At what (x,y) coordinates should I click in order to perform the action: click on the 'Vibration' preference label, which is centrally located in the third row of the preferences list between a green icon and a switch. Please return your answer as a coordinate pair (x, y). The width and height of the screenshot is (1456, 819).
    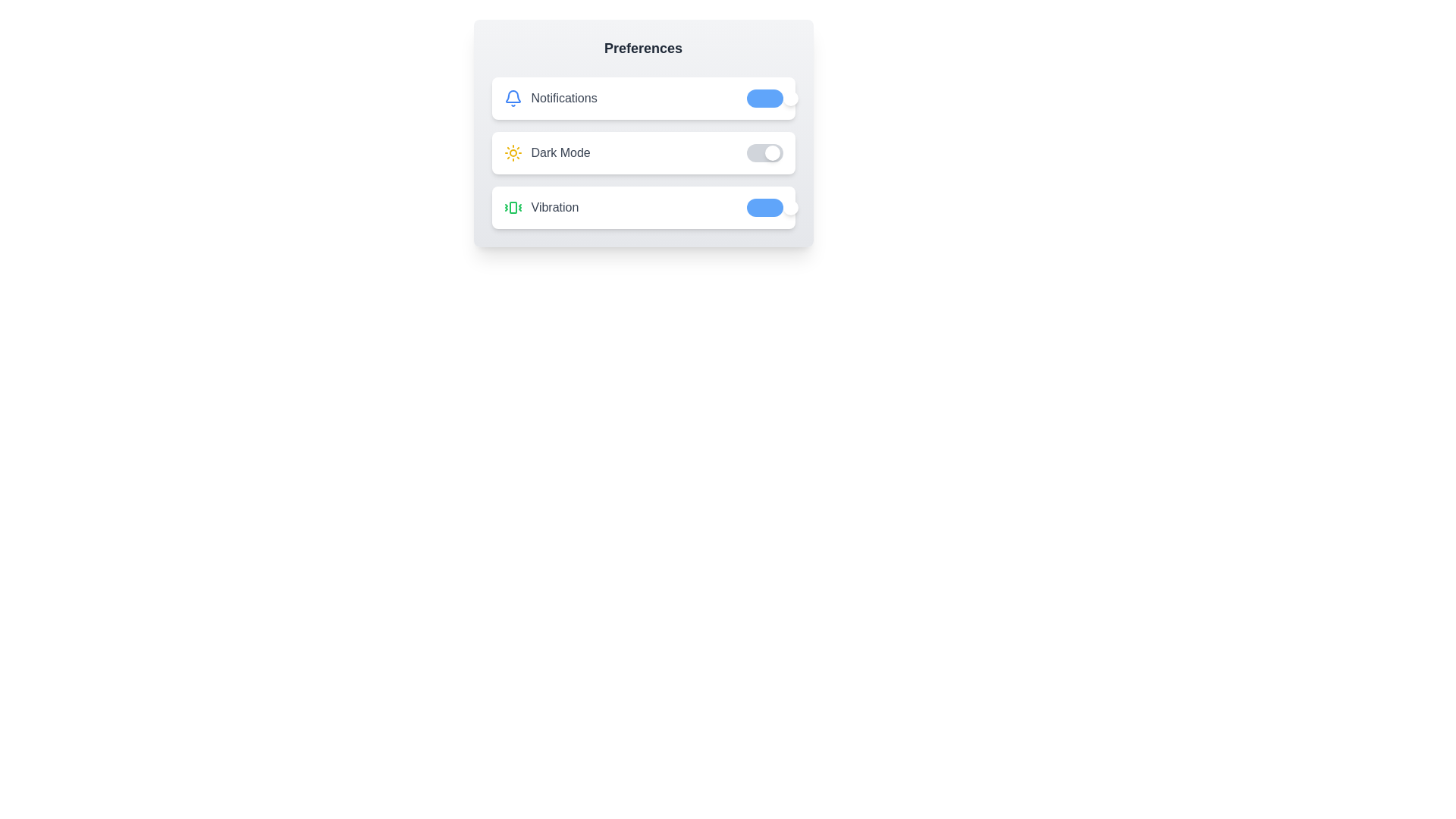
    Looking at the image, I should click on (554, 207).